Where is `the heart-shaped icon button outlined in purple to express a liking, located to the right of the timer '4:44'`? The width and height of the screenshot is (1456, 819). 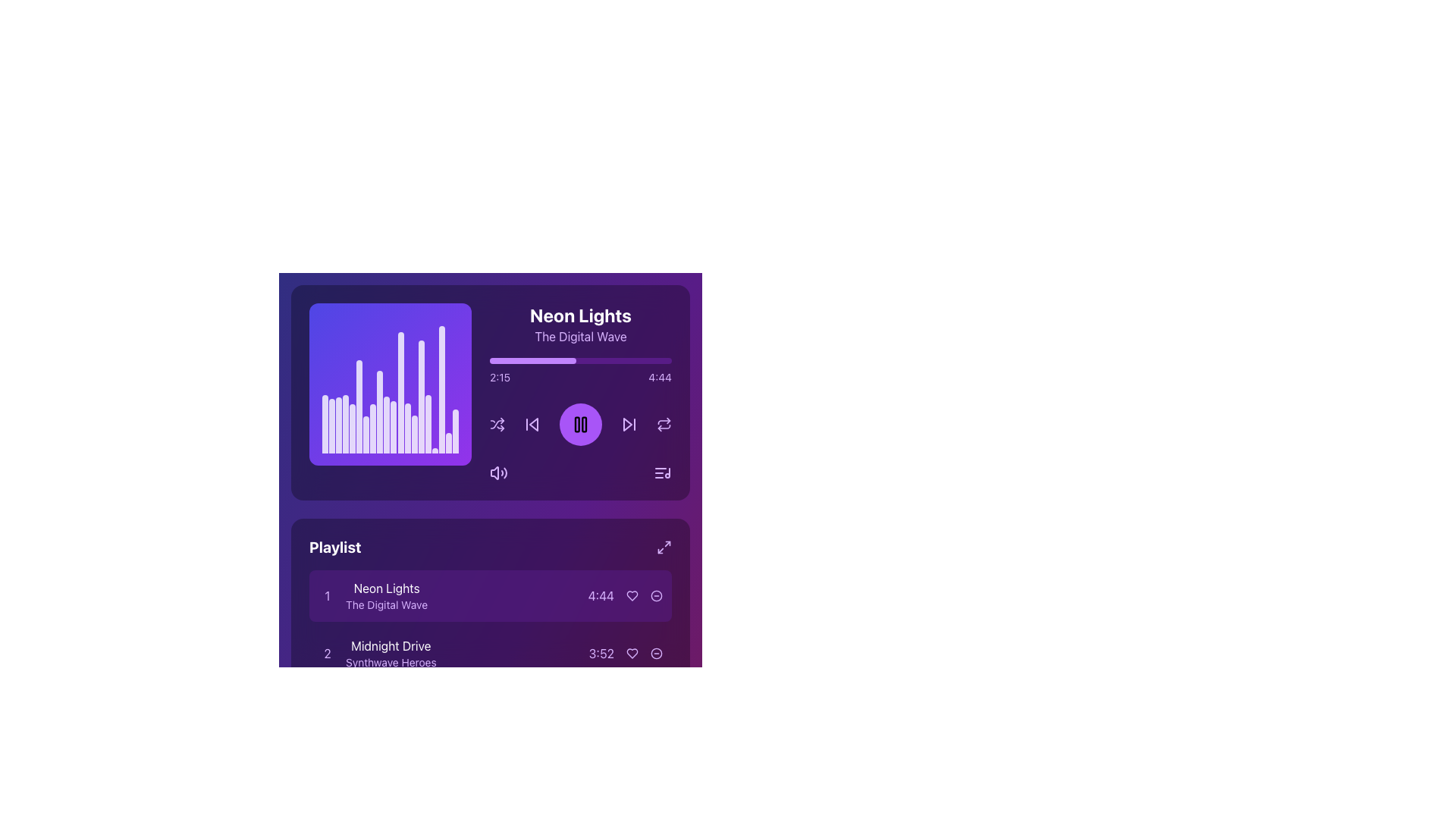 the heart-shaped icon button outlined in purple to express a liking, located to the right of the timer '4:44' is located at coordinates (632, 595).